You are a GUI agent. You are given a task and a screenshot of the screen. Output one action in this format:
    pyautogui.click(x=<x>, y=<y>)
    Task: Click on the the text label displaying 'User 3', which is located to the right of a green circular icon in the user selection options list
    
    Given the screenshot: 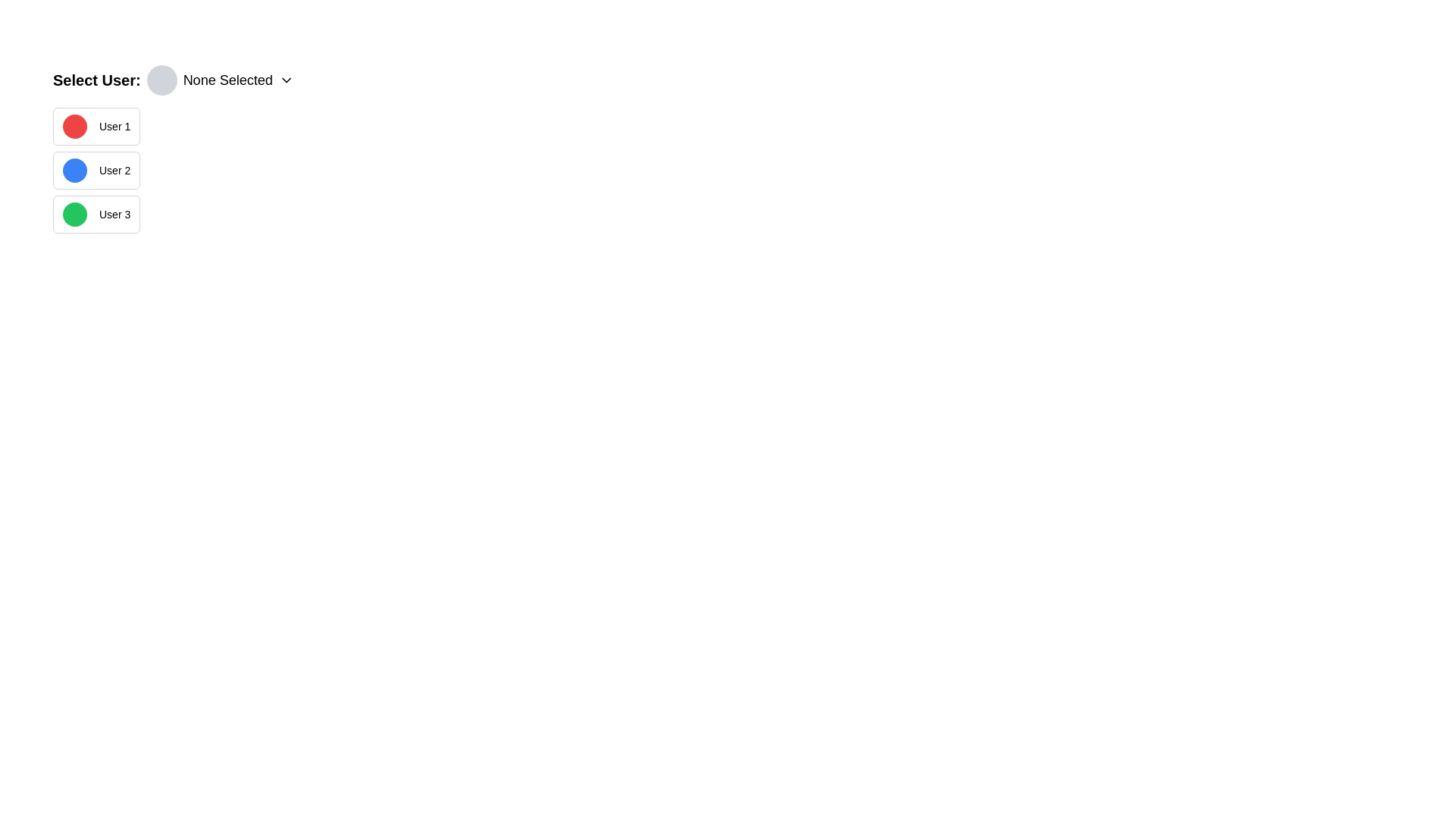 What is the action you would take?
    pyautogui.click(x=114, y=214)
    